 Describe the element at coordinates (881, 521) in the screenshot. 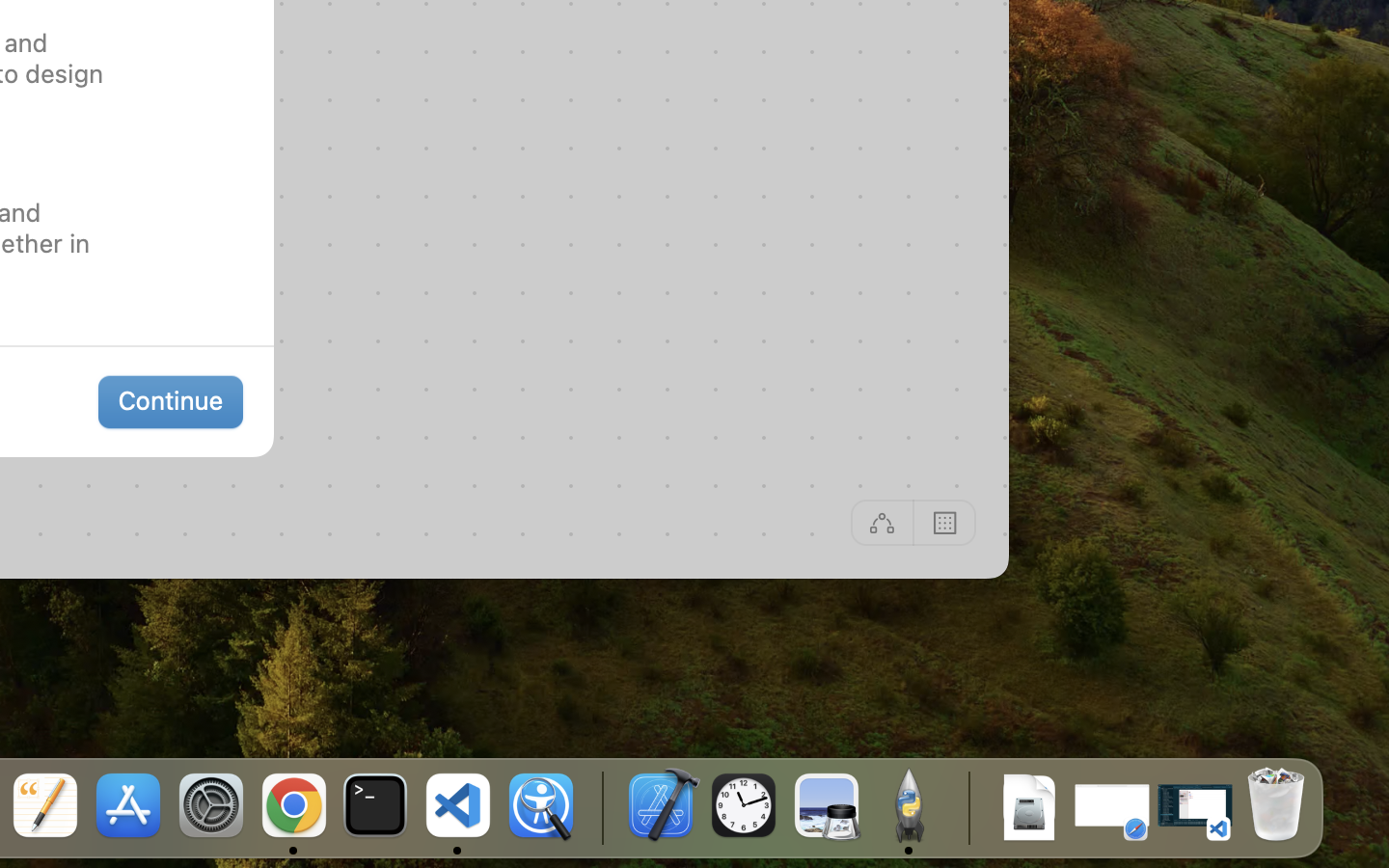

I see `'Off'` at that location.